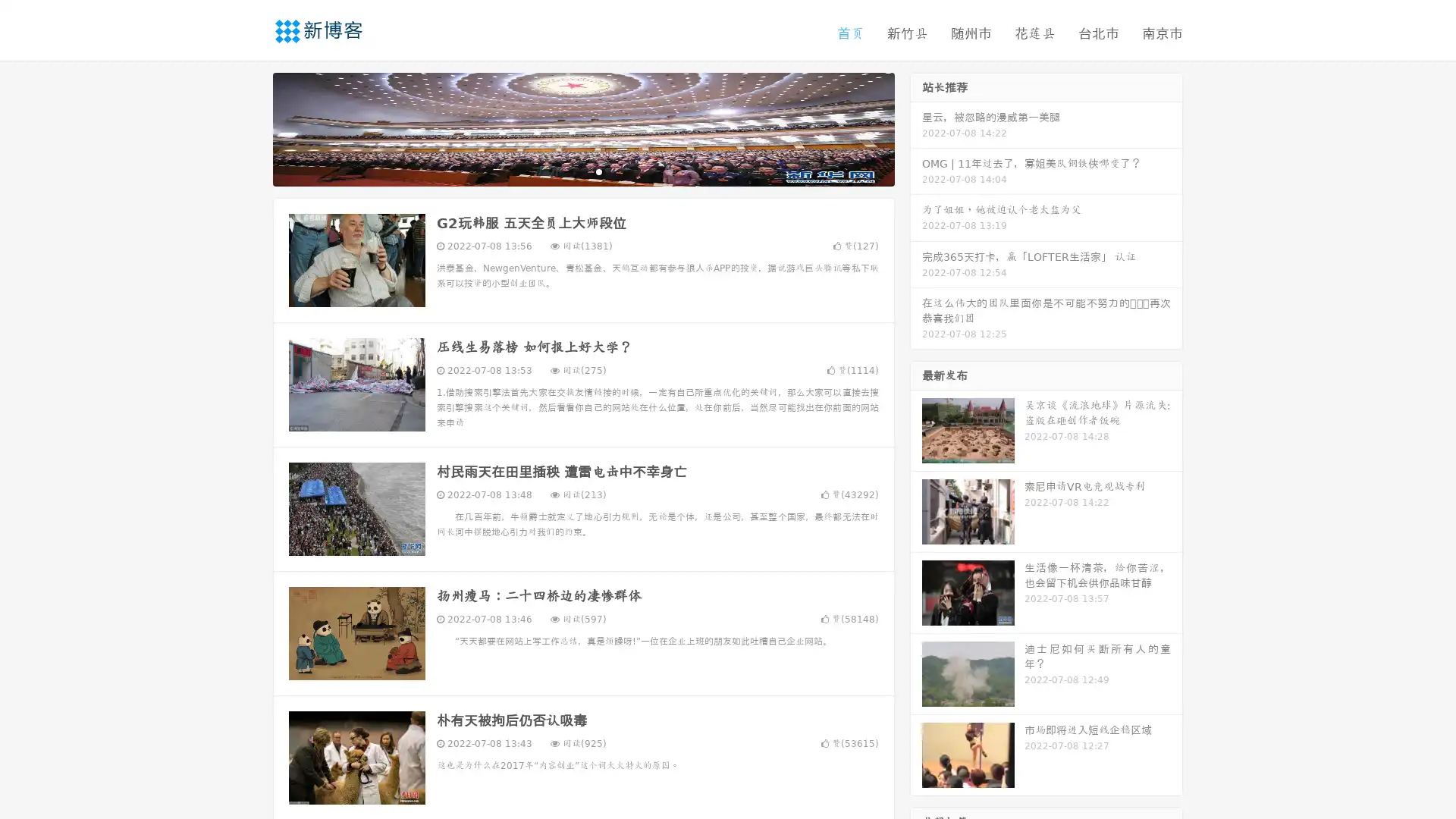  Describe the element at coordinates (582, 171) in the screenshot. I see `Go to slide 2` at that location.